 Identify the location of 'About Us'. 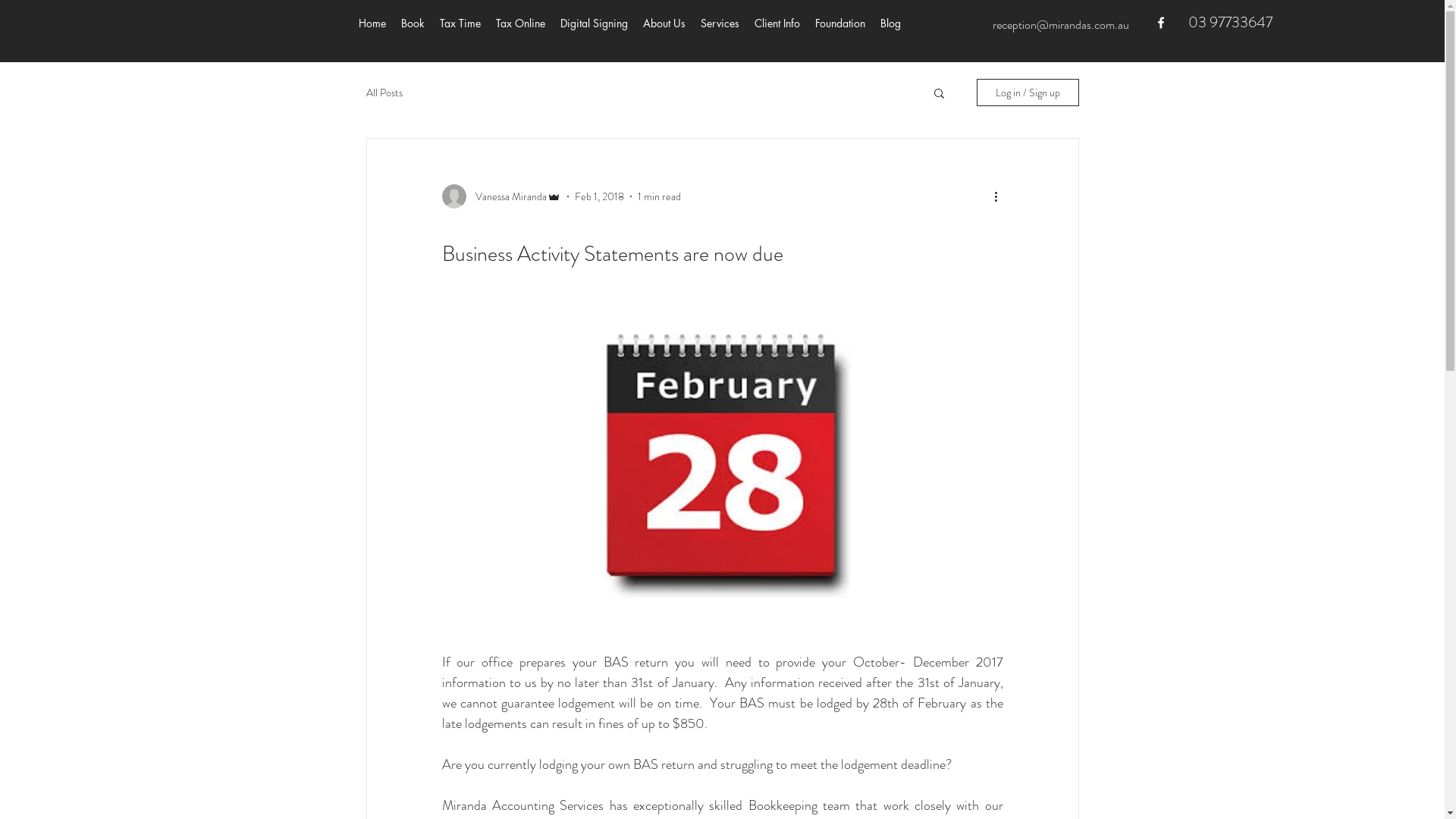
(664, 23).